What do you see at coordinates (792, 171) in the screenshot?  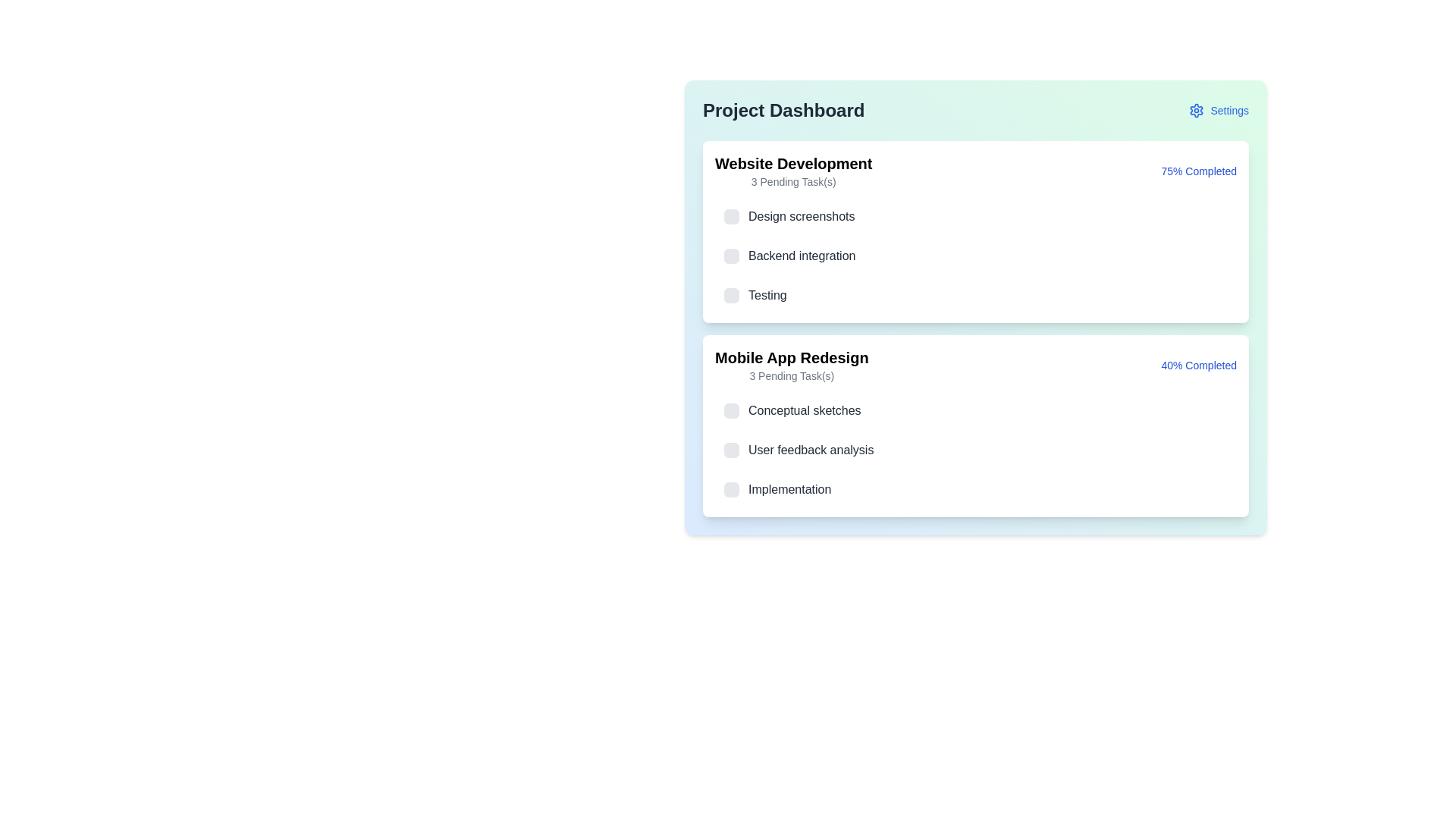 I see `the Informational label containing 'Website Development' and '3 Pending Task(s)' text, located in the Project Dashboard section` at bounding box center [792, 171].